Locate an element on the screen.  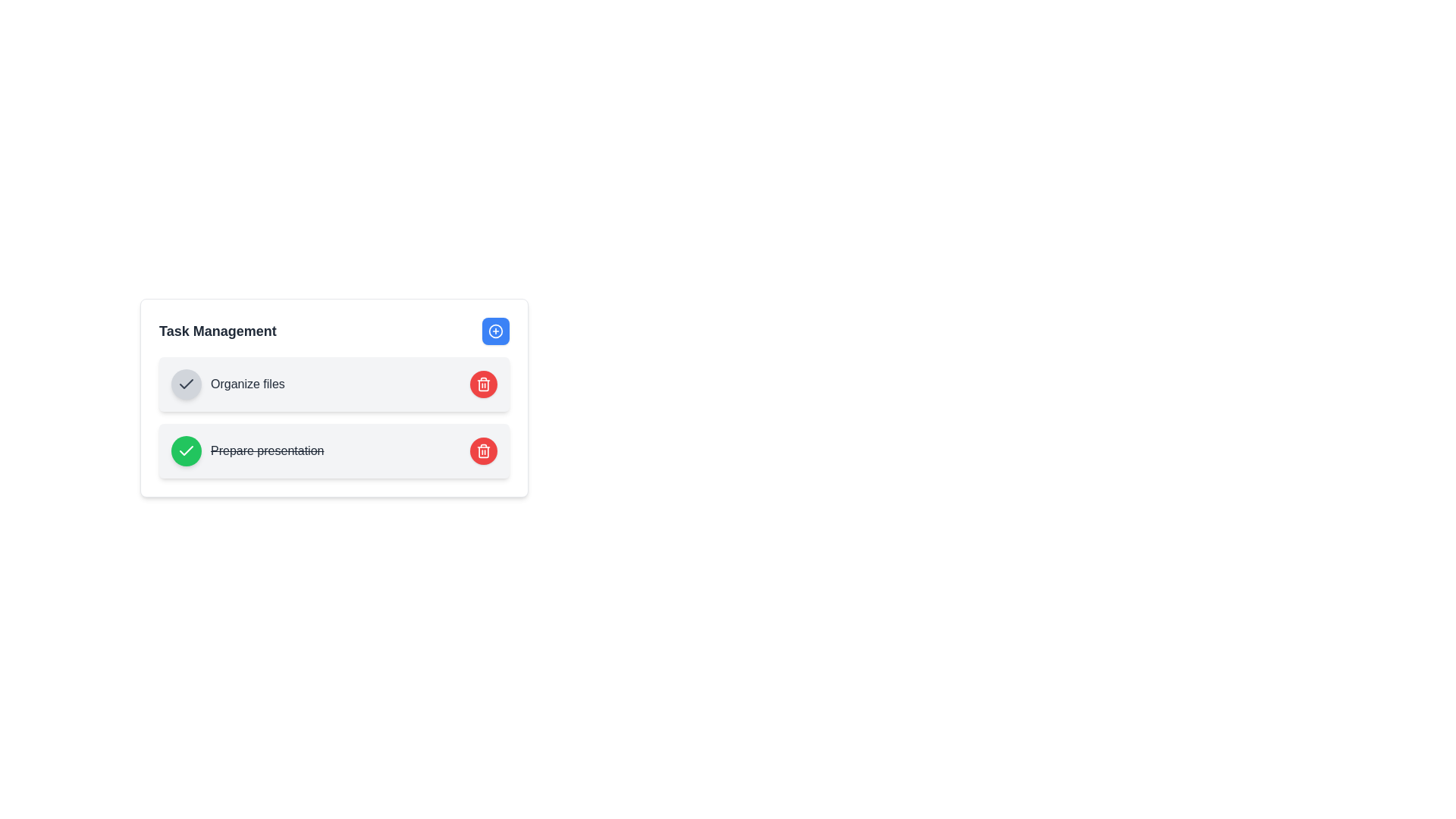
the state of the checkmark icon that indicates task completion, located centrally within the green circle to the left of the text 'Prepare presentation' in the task list is located at coordinates (185, 450).